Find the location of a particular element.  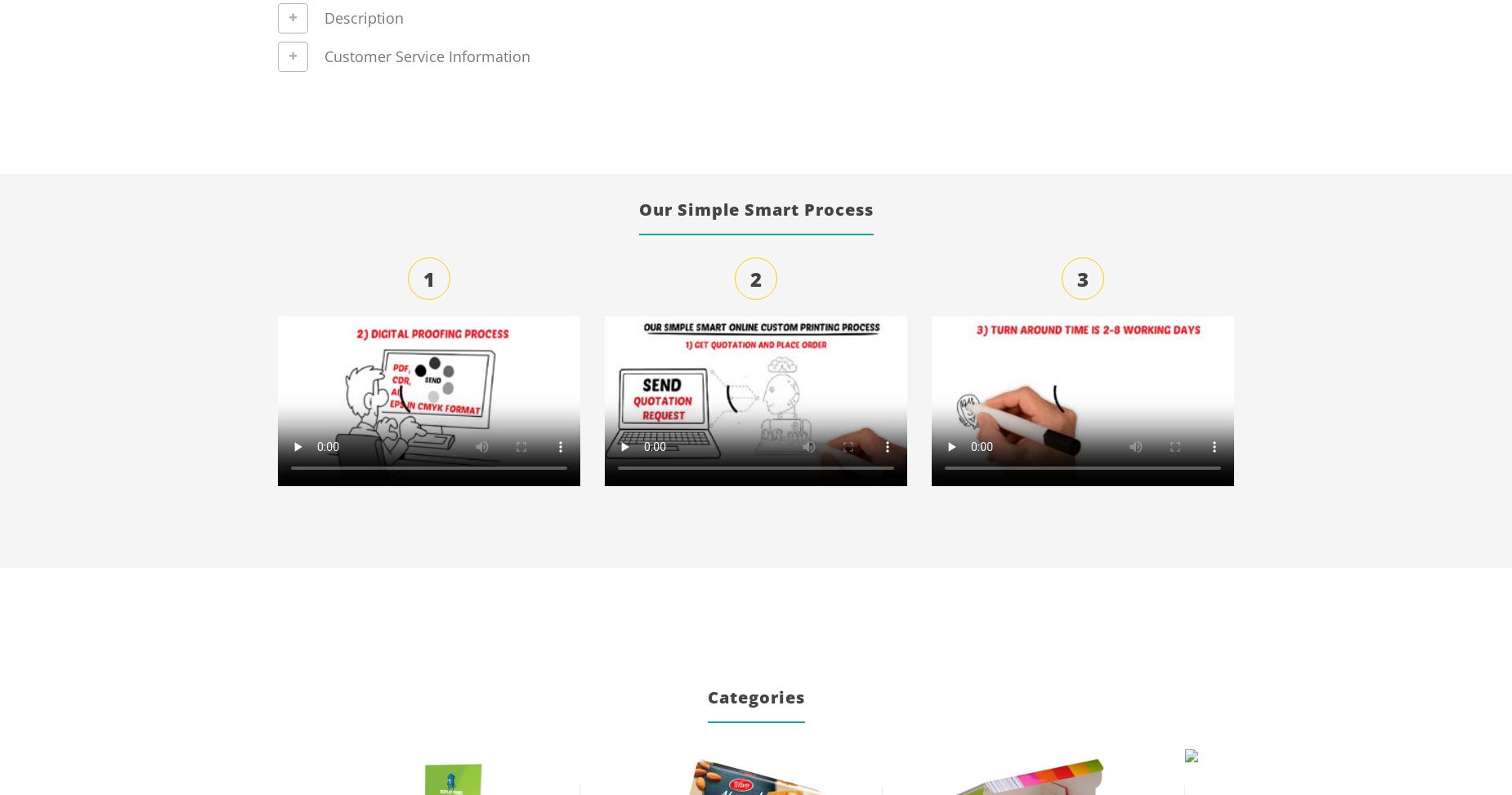

'If you are looking for the printing of' is located at coordinates (1246, 87).